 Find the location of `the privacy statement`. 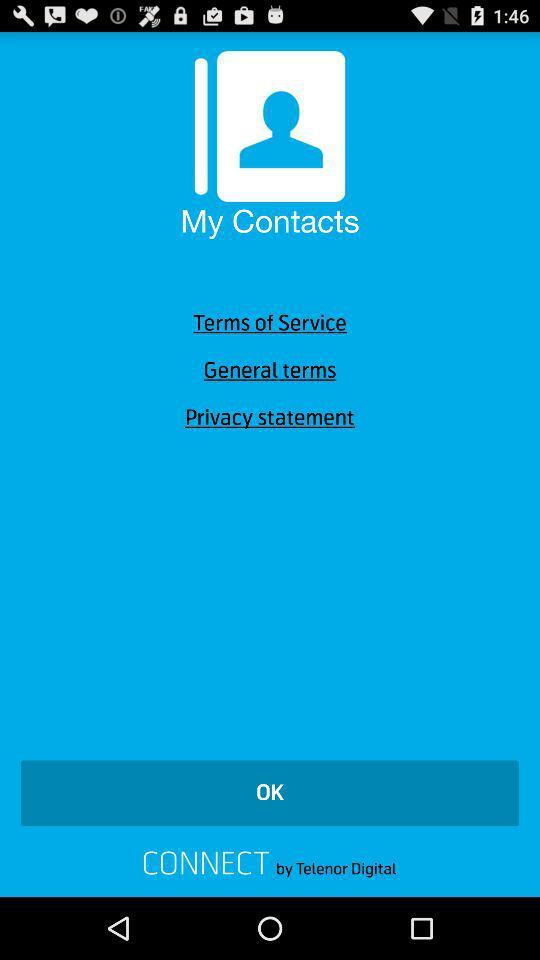

the privacy statement is located at coordinates (270, 416).